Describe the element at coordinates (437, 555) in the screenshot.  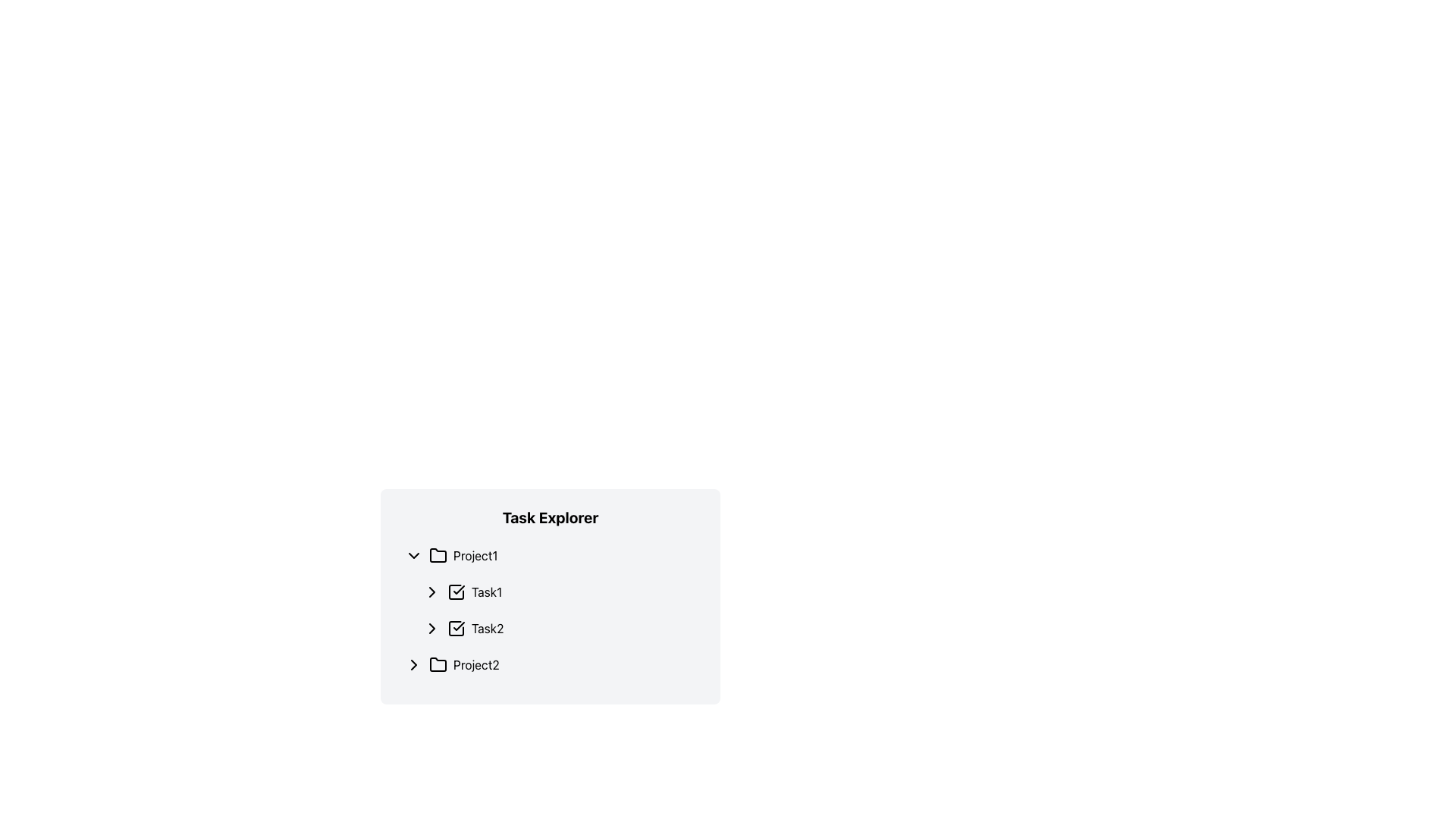
I see `the folder icon located to the left of the label 'Project1' in the task explorer` at that location.